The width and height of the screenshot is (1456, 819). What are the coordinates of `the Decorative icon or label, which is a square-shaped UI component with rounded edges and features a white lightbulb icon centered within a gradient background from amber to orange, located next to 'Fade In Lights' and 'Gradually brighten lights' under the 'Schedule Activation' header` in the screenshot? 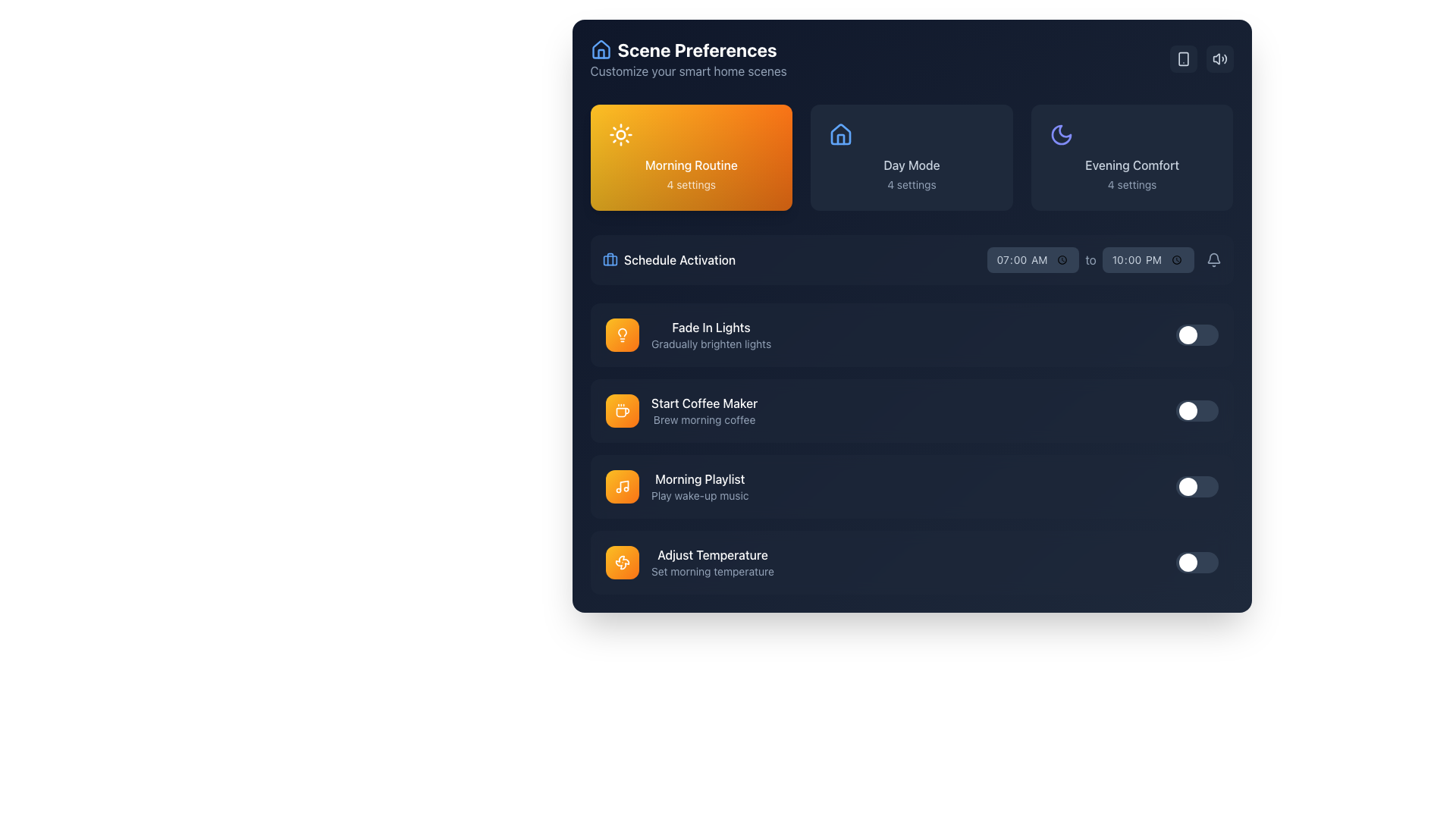 It's located at (622, 334).